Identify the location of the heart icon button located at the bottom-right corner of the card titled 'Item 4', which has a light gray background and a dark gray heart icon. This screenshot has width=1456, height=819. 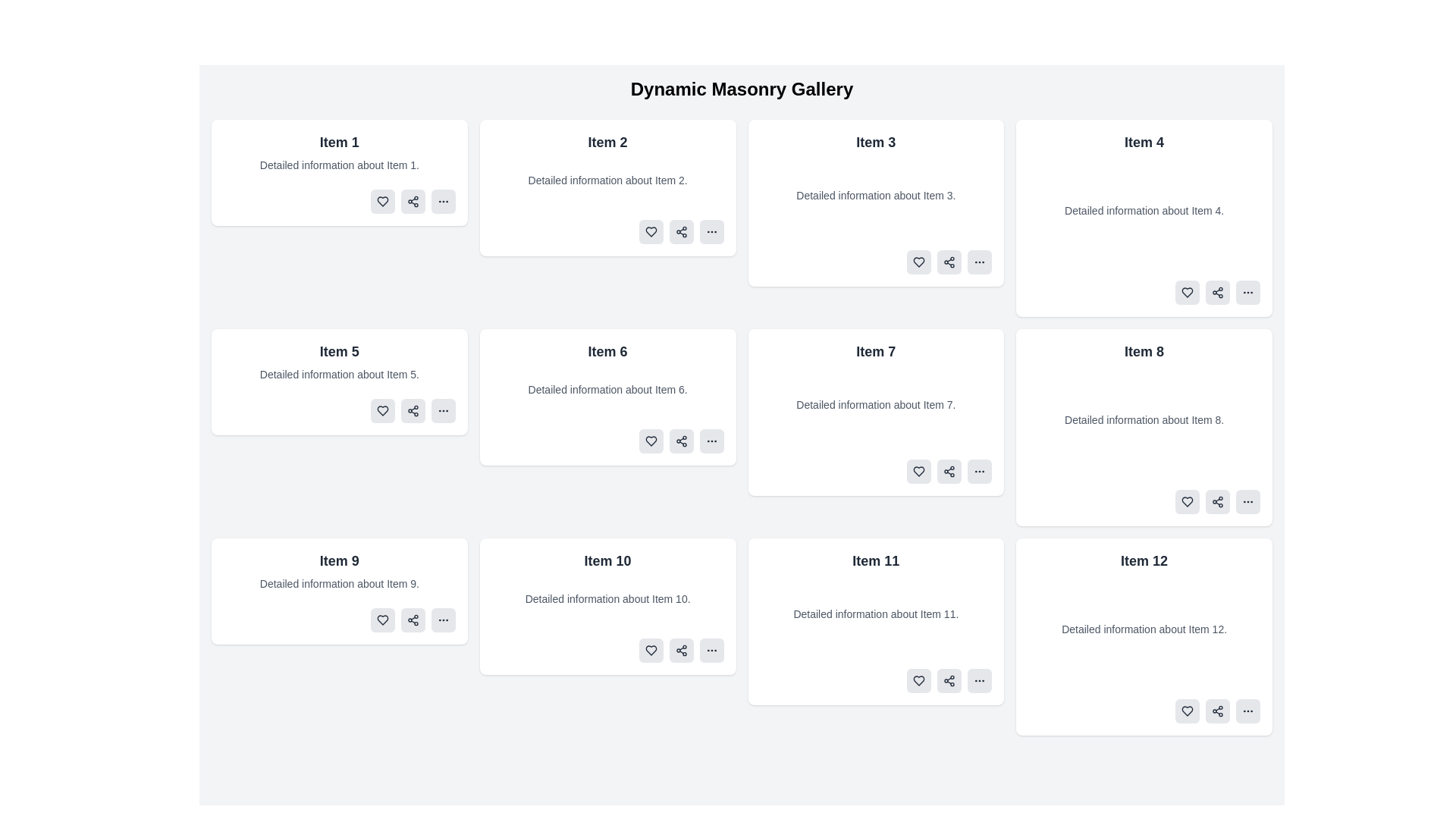
(1186, 292).